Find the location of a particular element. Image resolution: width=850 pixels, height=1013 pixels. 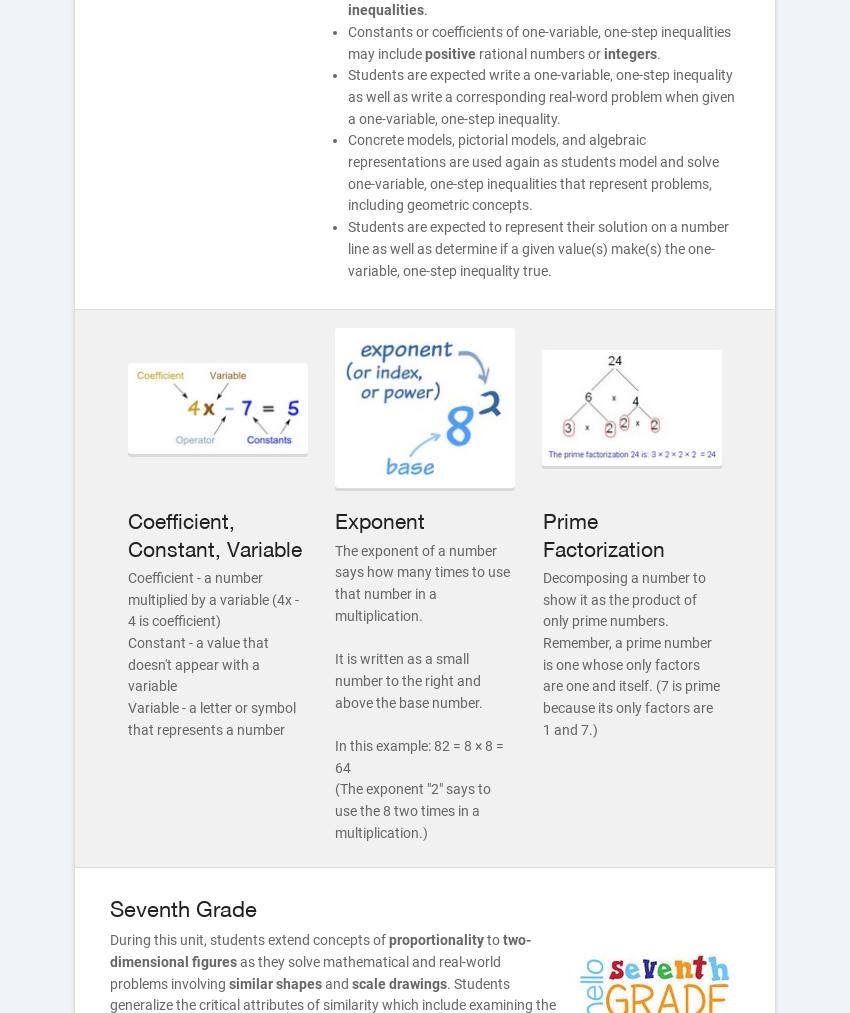

'drawings' is located at coordinates (418, 983).